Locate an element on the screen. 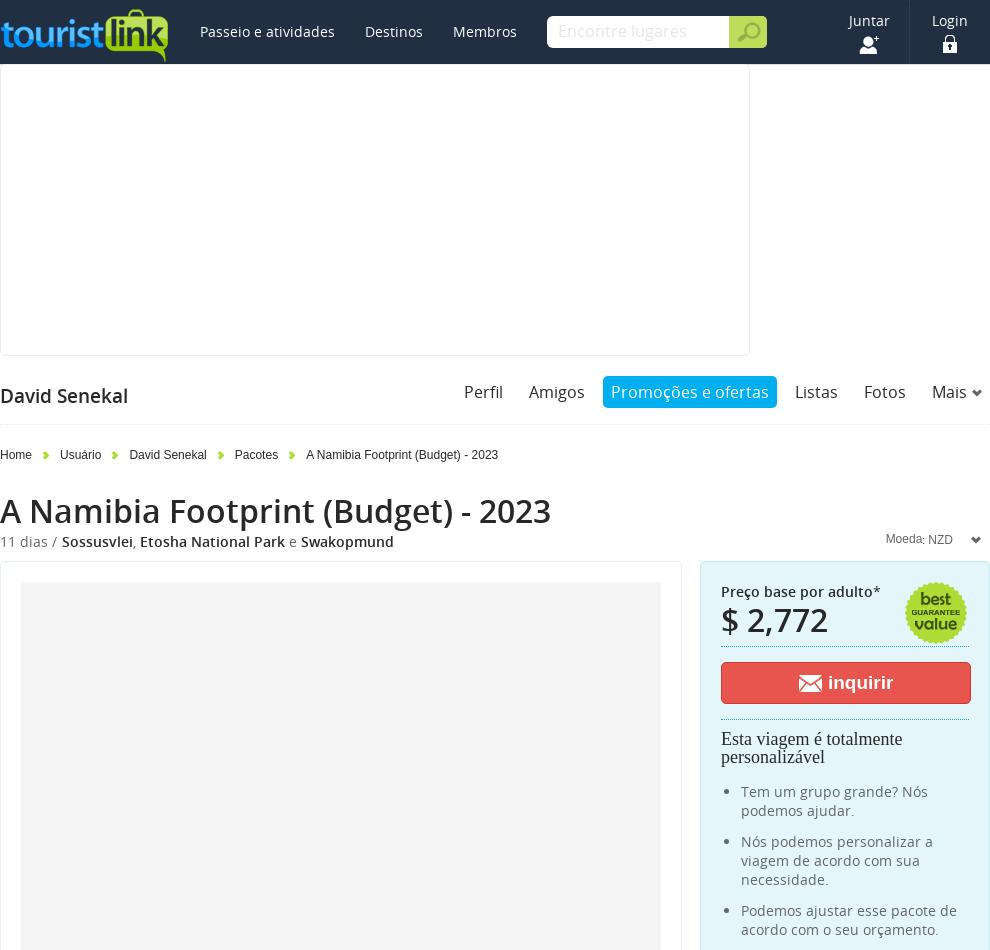 Image resolution: width=990 pixels, height=950 pixels. 'Promoções e ofertas' is located at coordinates (610, 390).